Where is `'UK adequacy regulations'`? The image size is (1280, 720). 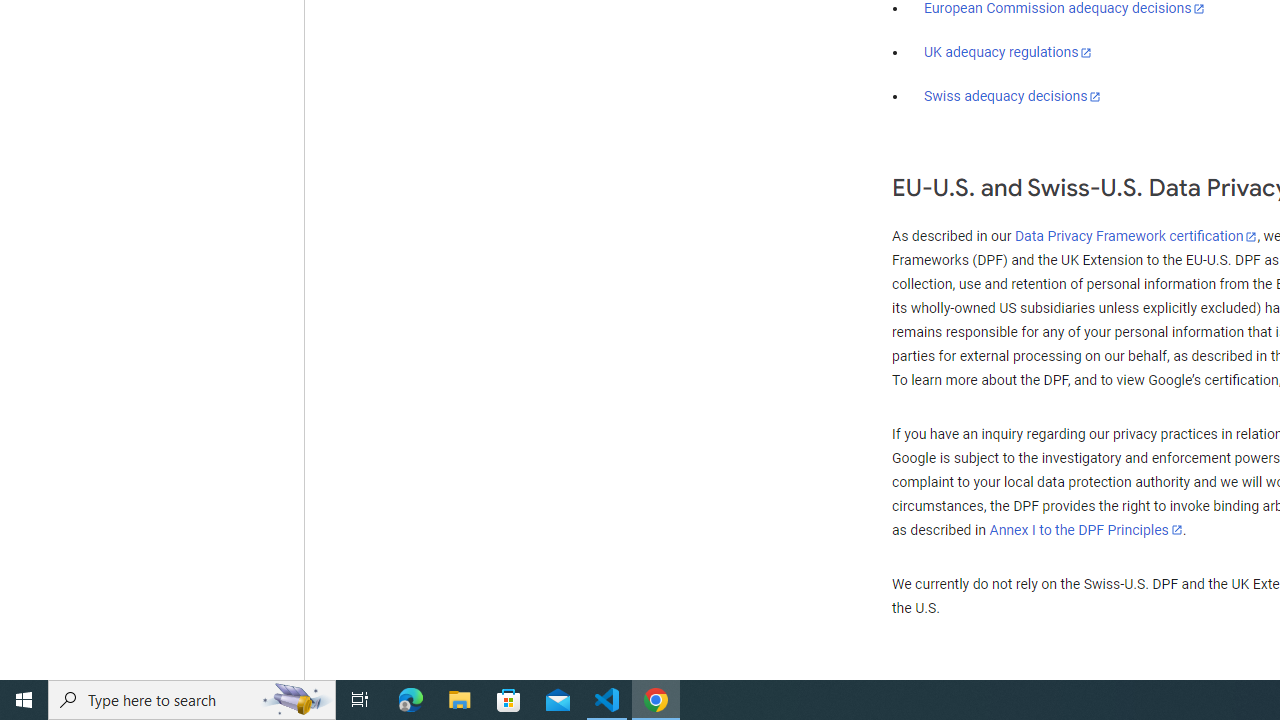 'UK adequacy regulations' is located at coordinates (1008, 51).